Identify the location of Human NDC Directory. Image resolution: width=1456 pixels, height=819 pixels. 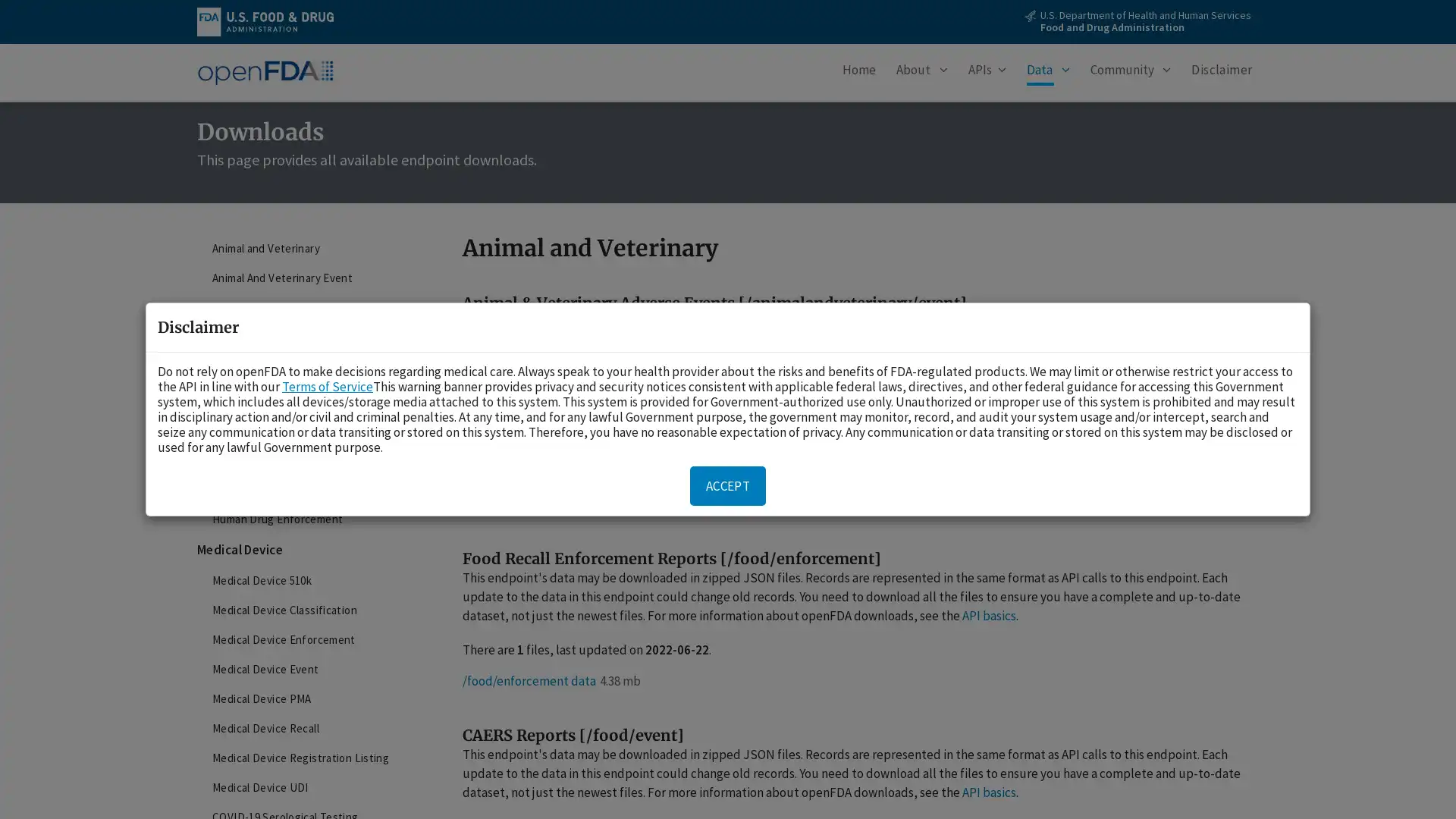
(309, 489).